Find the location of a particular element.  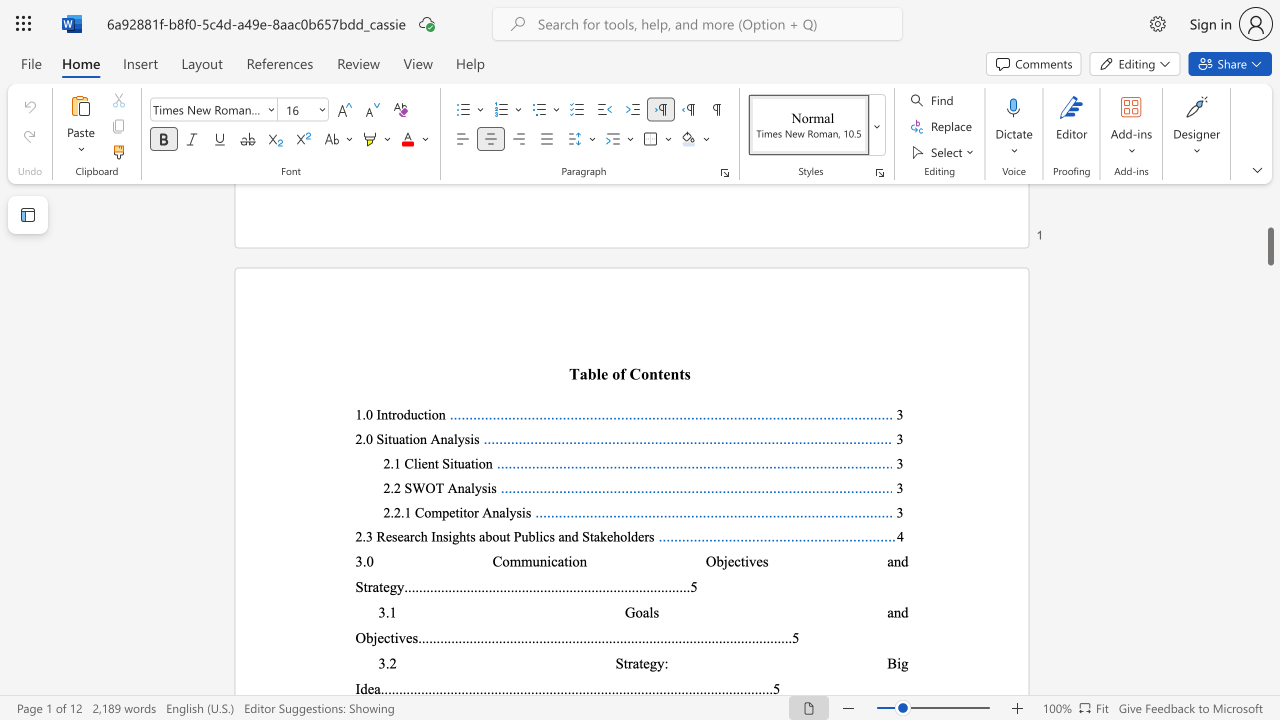

the subset text "nt Si" within the text "2.1 Client Situation" is located at coordinates (426, 463).